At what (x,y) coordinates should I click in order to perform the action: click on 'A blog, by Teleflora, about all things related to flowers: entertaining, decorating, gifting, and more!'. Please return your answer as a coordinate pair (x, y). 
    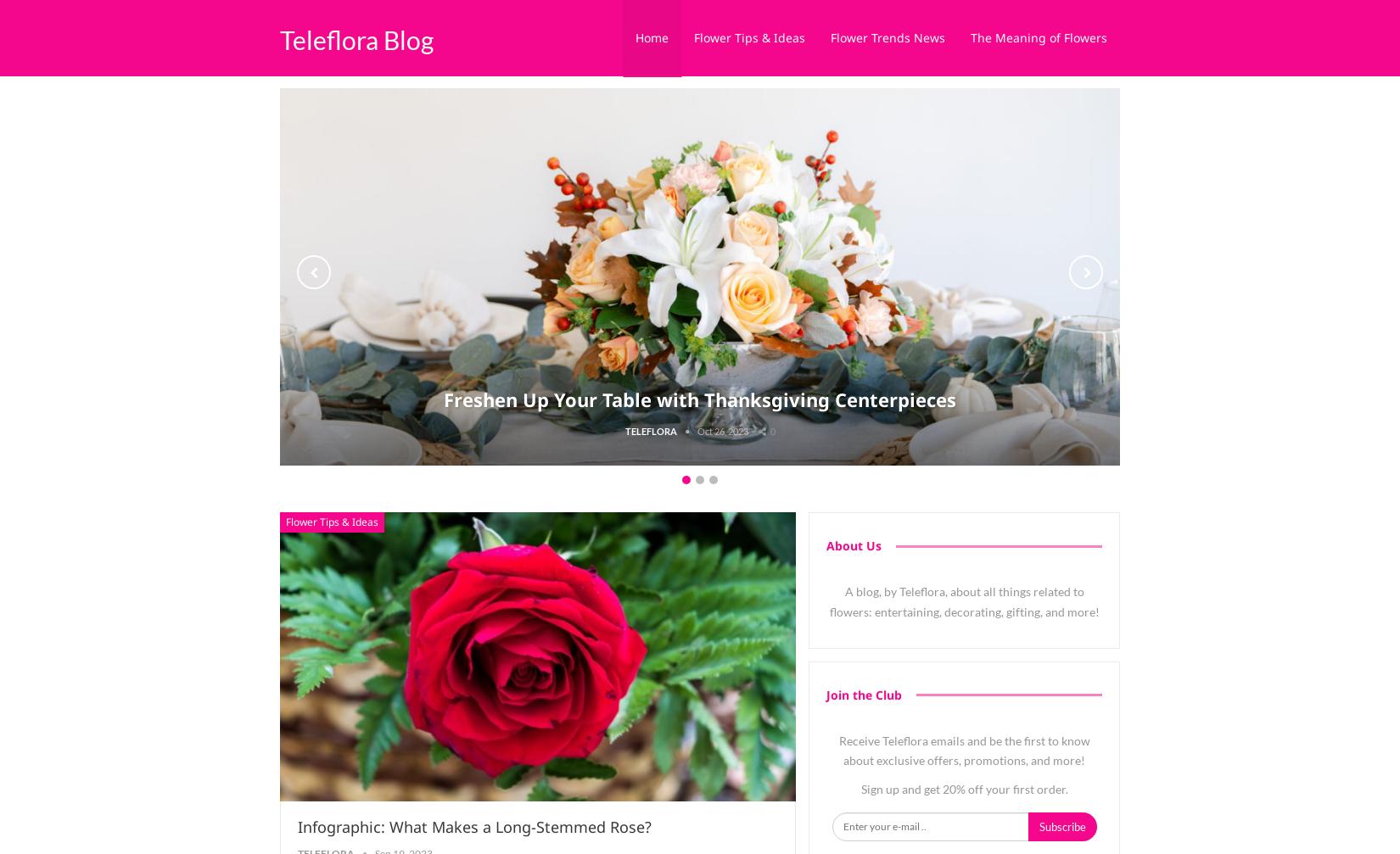
    Looking at the image, I should click on (828, 600).